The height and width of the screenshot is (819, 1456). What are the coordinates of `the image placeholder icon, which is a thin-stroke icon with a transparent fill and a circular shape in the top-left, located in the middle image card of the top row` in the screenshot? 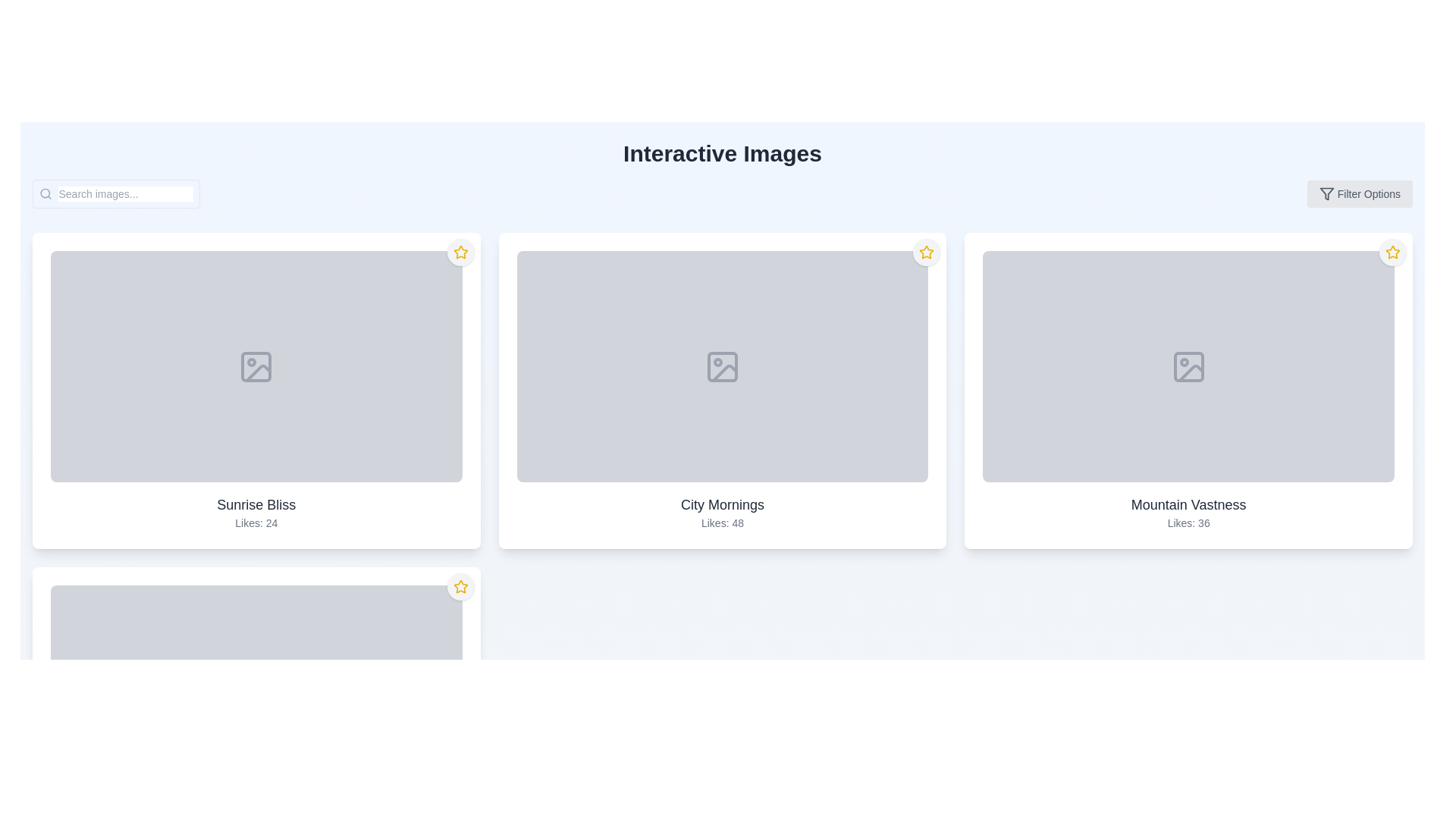 It's located at (721, 366).